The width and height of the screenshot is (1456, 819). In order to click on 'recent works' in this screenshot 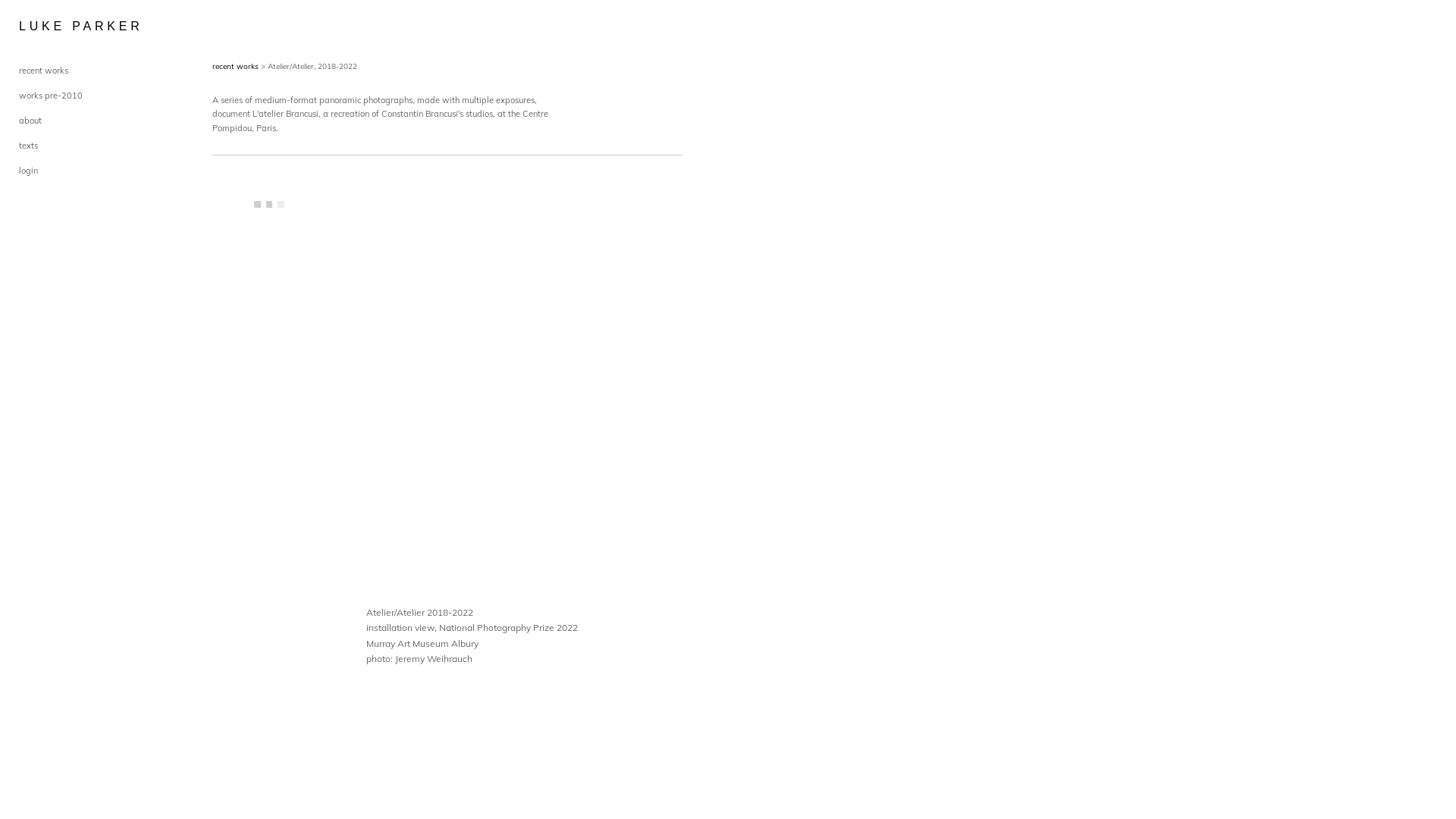, I will do `click(211, 65)`.